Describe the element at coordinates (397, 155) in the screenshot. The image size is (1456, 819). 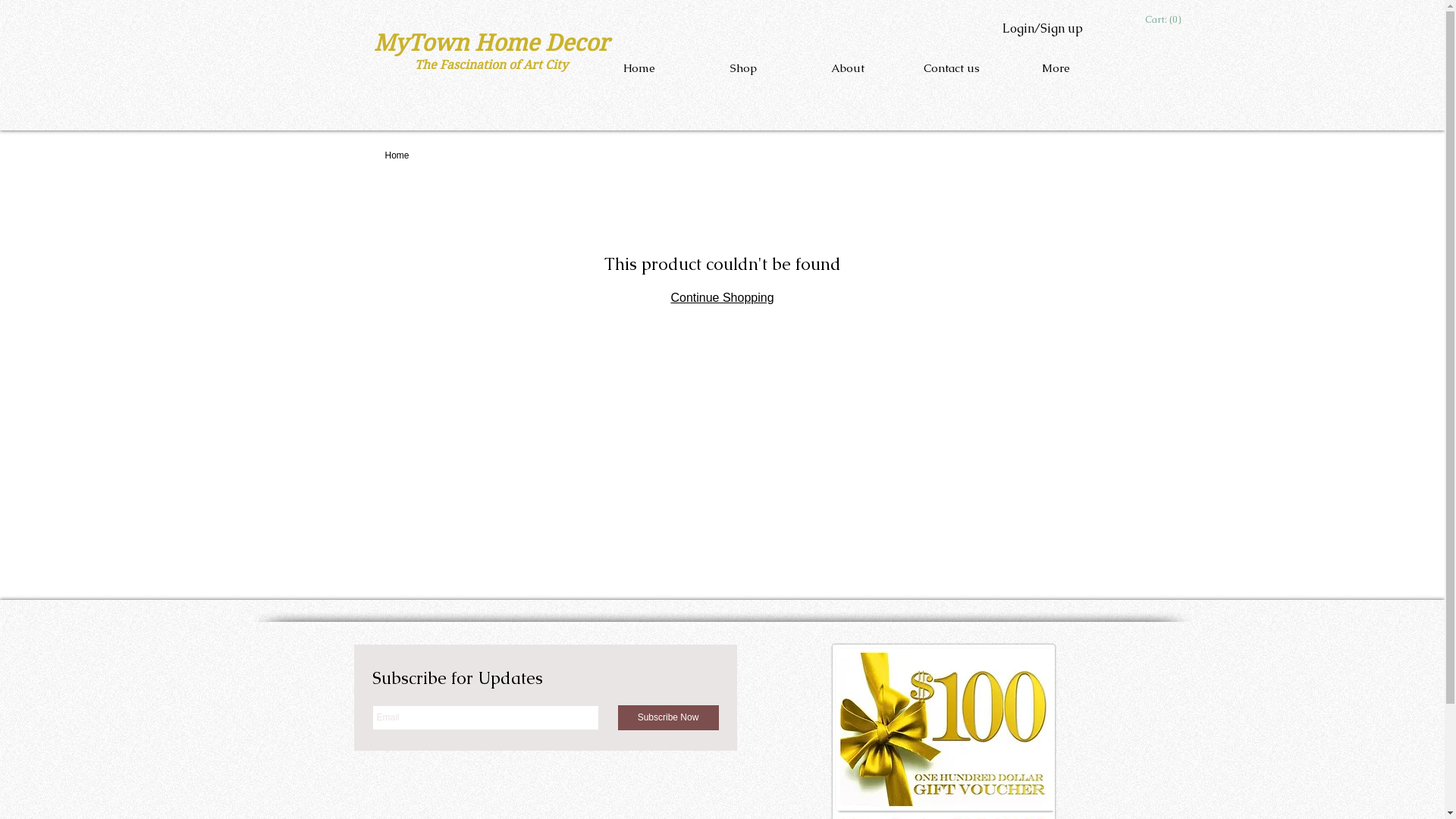
I see `'Home'` at that location.